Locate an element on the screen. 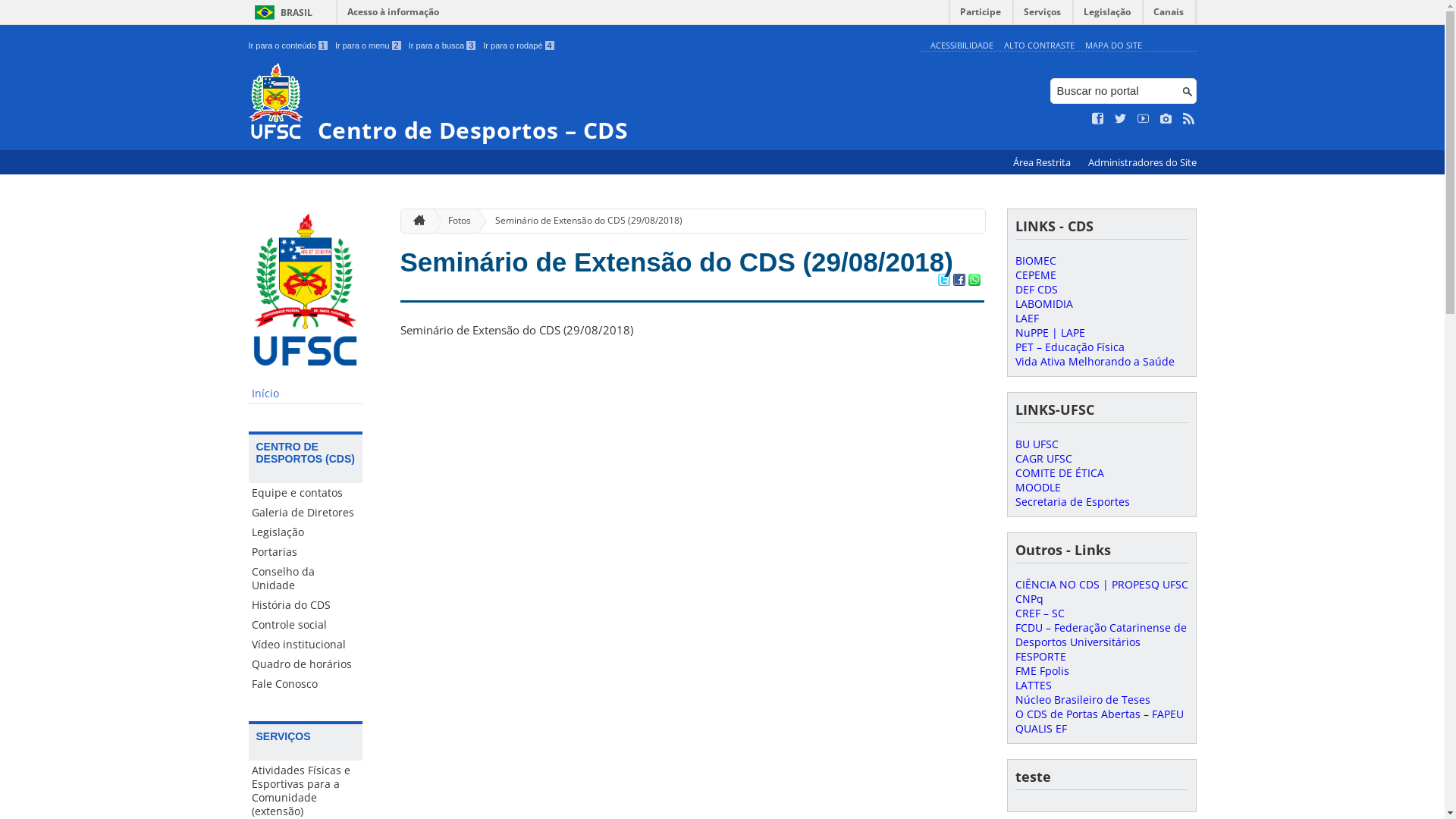  'Conselho da Unidade' is located at coordinates (248, 579).